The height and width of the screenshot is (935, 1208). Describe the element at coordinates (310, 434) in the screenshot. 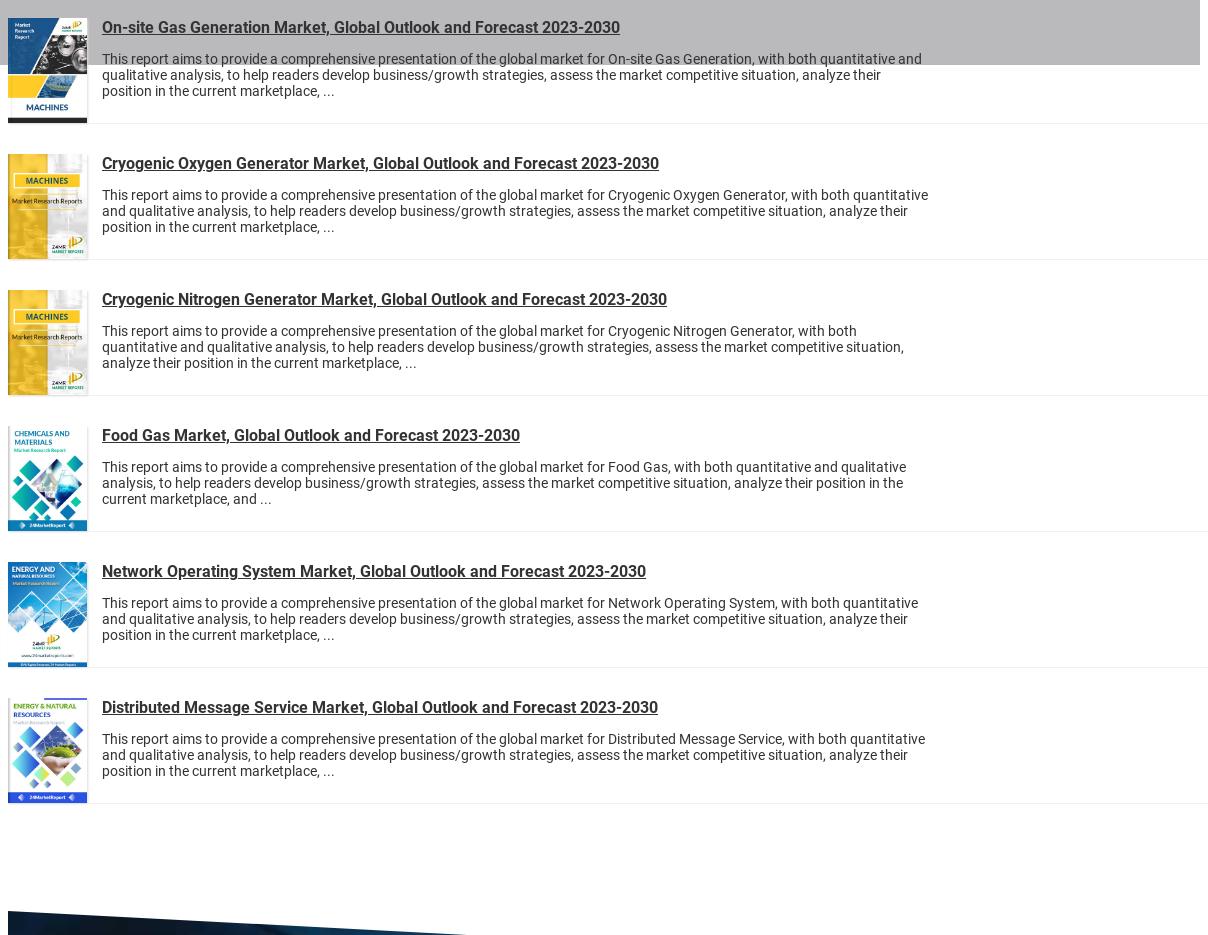

I see `'Food Gas Market, Global Outlook and Forecast 2023-2030'` at that location.